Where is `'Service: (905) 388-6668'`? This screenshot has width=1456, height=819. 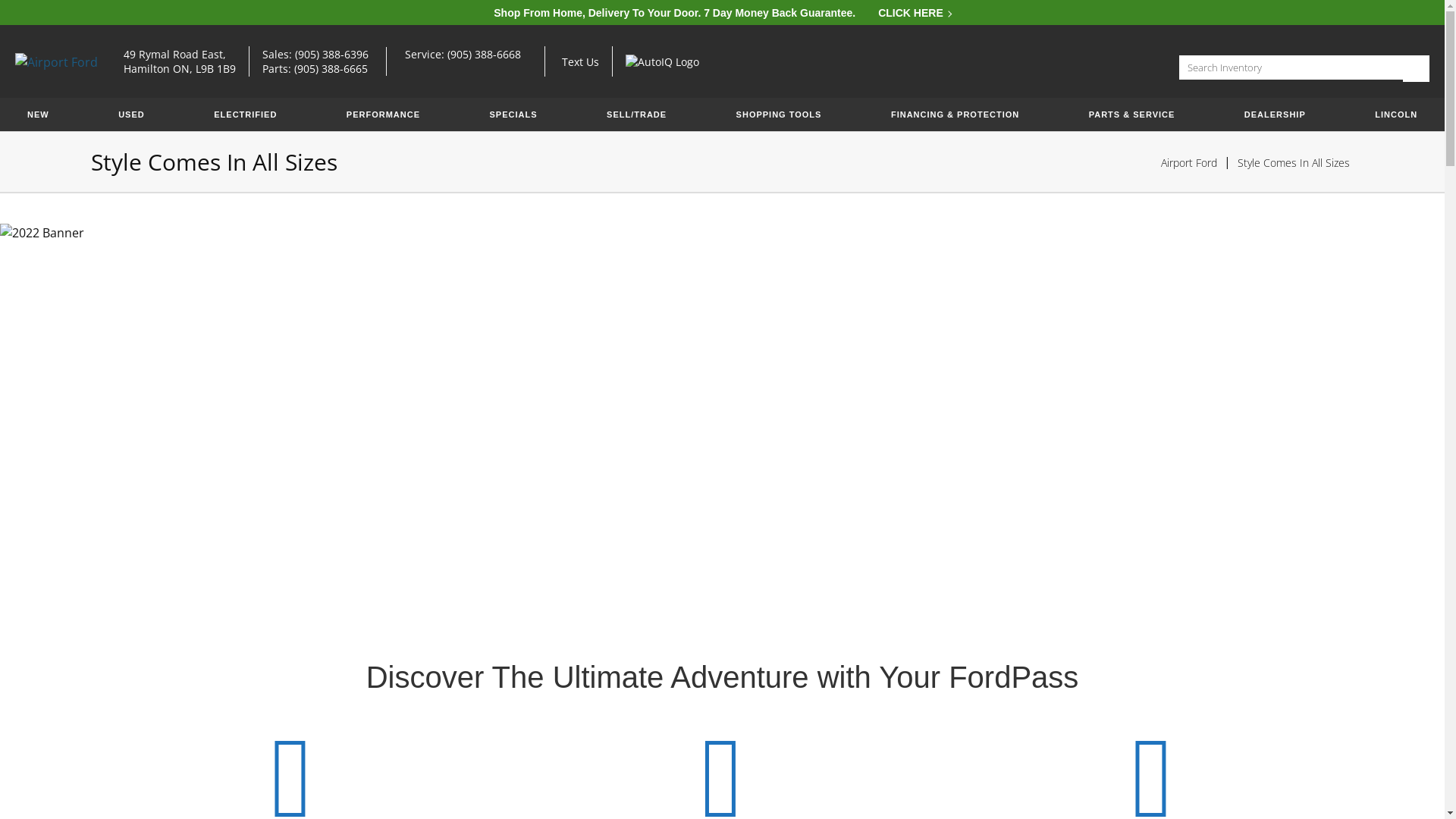 'Service: (905) 388-6668' is located at coordinates (468, 53).